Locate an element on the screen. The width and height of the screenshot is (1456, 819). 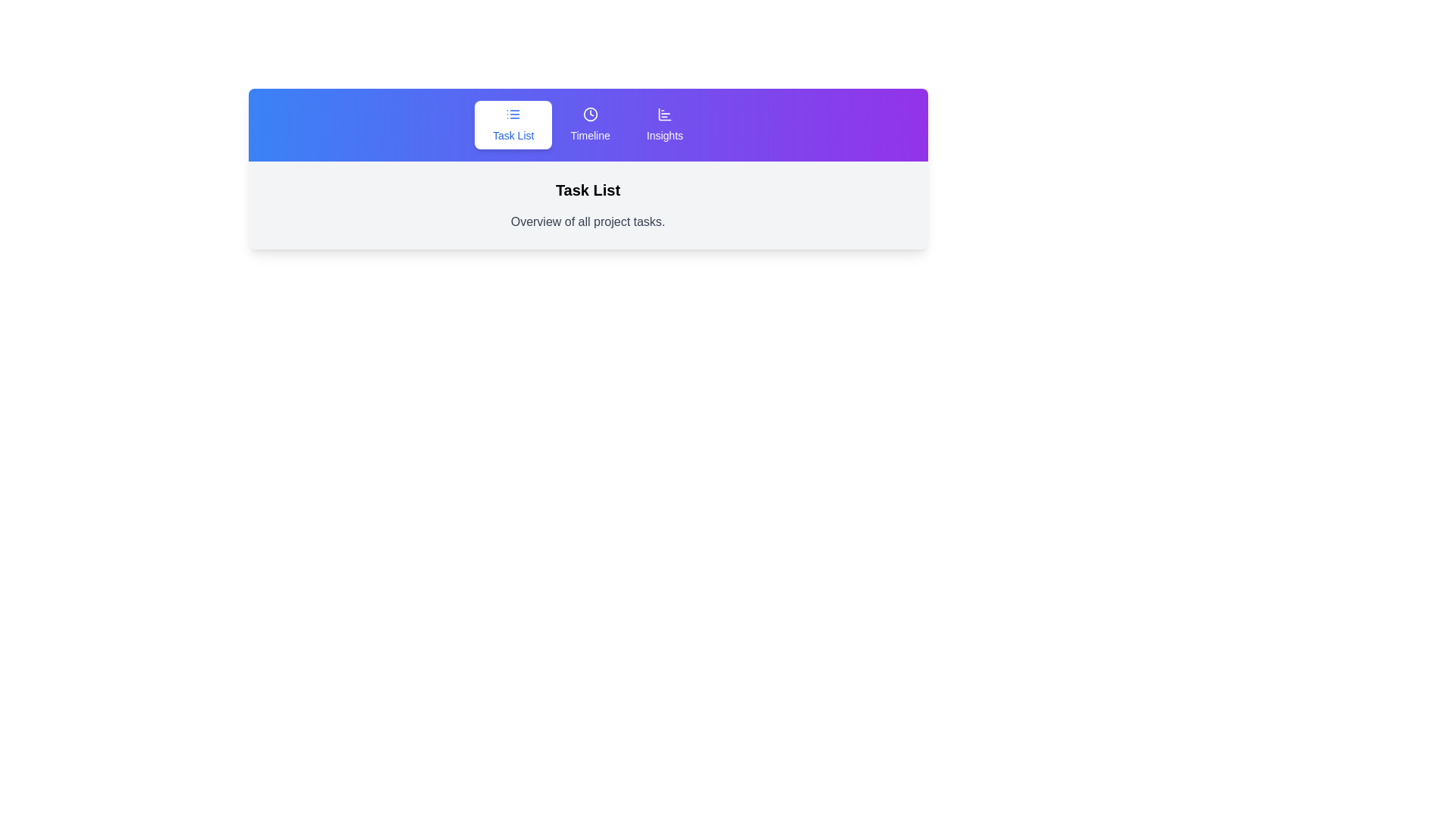
the Timeline tab to view its hover state is located at coordinates (589, 124).